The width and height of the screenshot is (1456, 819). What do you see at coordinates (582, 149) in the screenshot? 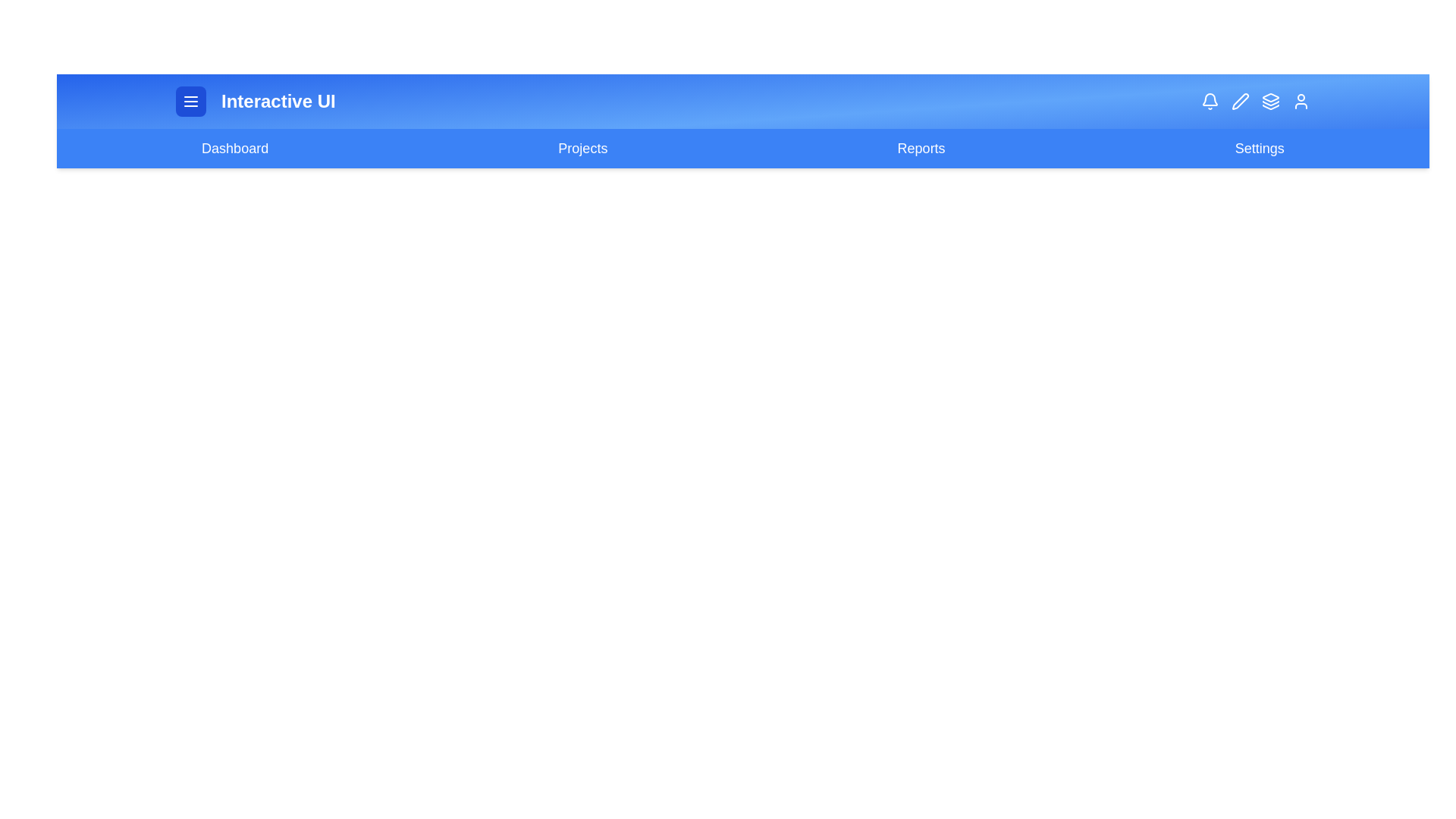
I see `the navigation link labeled 'Projects' to navigate to the respective page` at bounding box center [582, 149].